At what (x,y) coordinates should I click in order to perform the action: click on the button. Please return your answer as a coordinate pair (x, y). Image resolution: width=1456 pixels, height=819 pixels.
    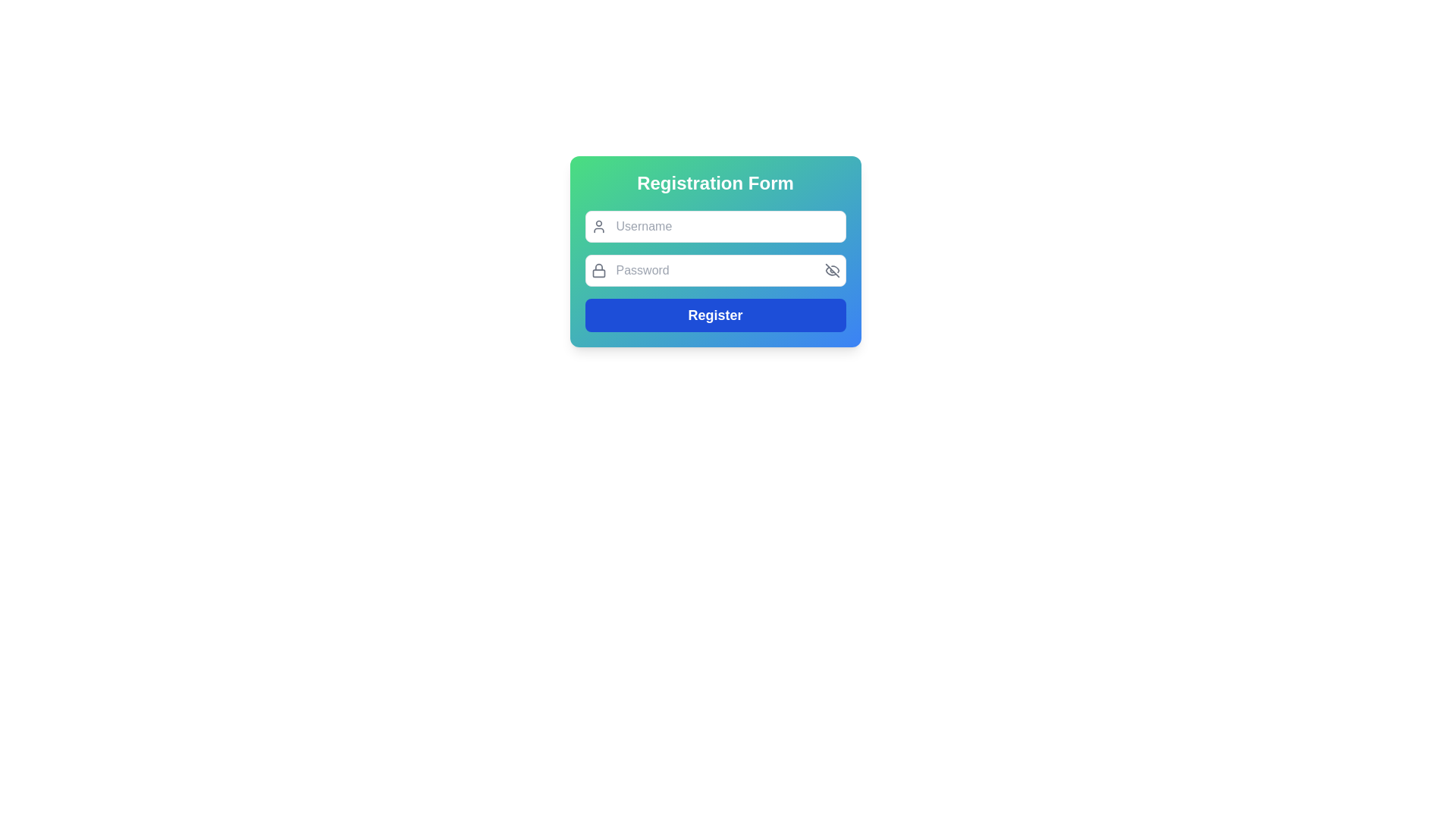
    Looking at the image, I should click on (831, 270).